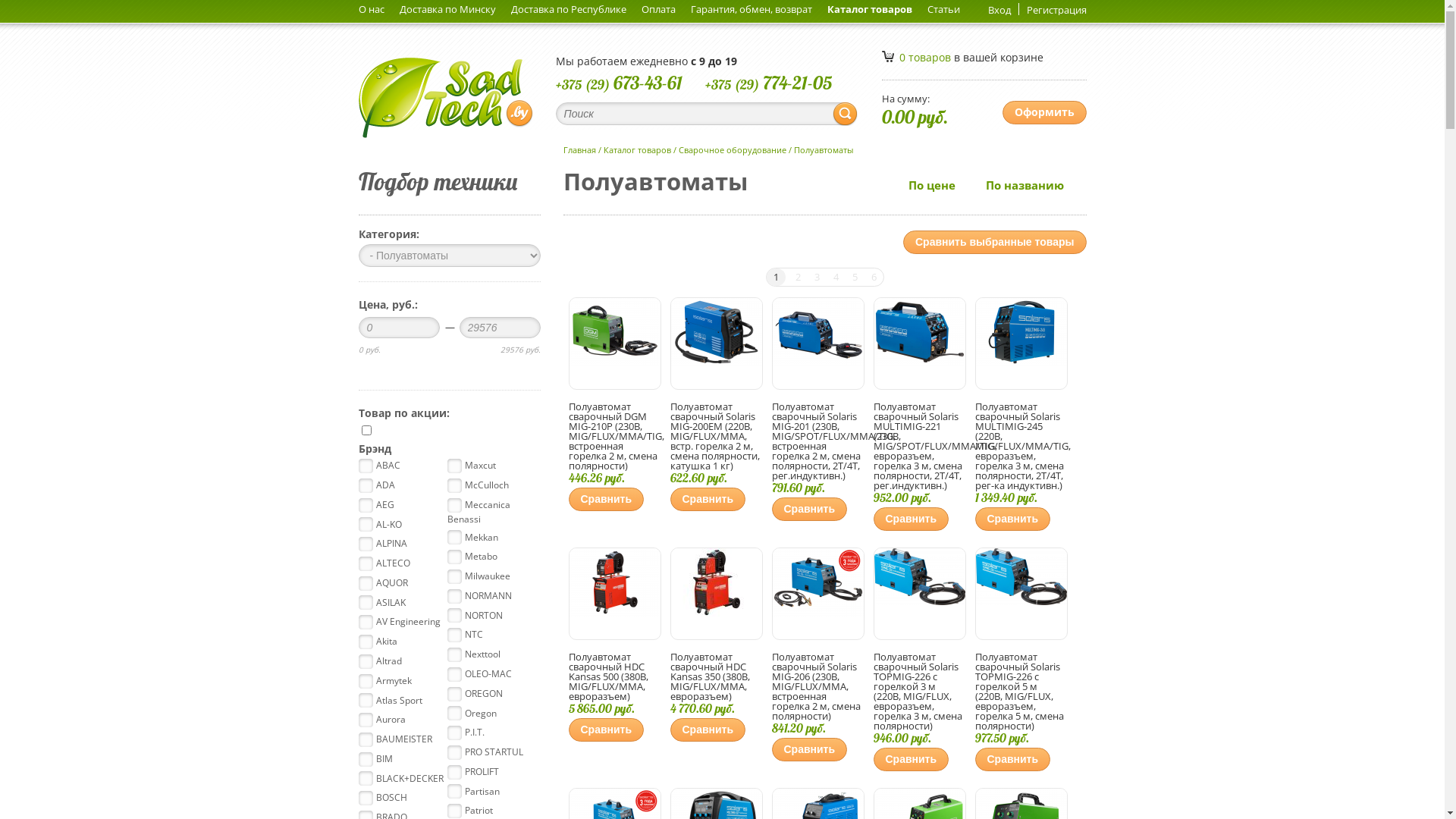 The image size is (1456, 819). What do you see at coordinates (815, 277) in the screenshot?
I see `'3'` at bounding box center [815, 277].